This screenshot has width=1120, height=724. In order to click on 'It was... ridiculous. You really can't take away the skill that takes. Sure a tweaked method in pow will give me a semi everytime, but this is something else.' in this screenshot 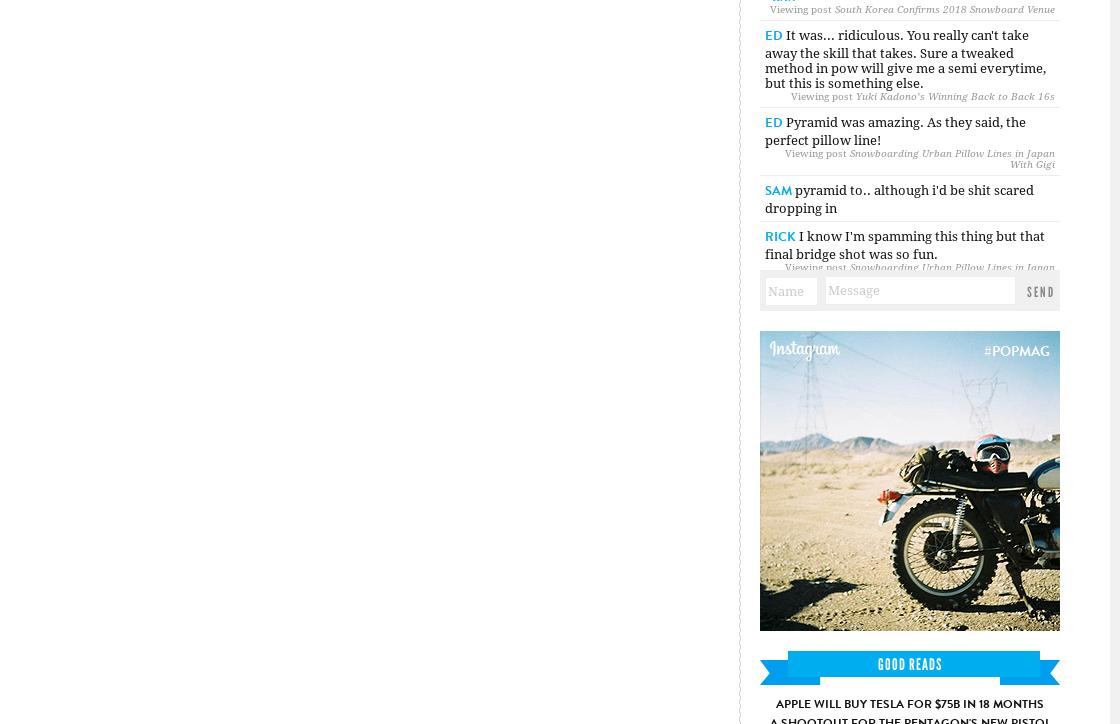, I will do `click(905, 59)`.